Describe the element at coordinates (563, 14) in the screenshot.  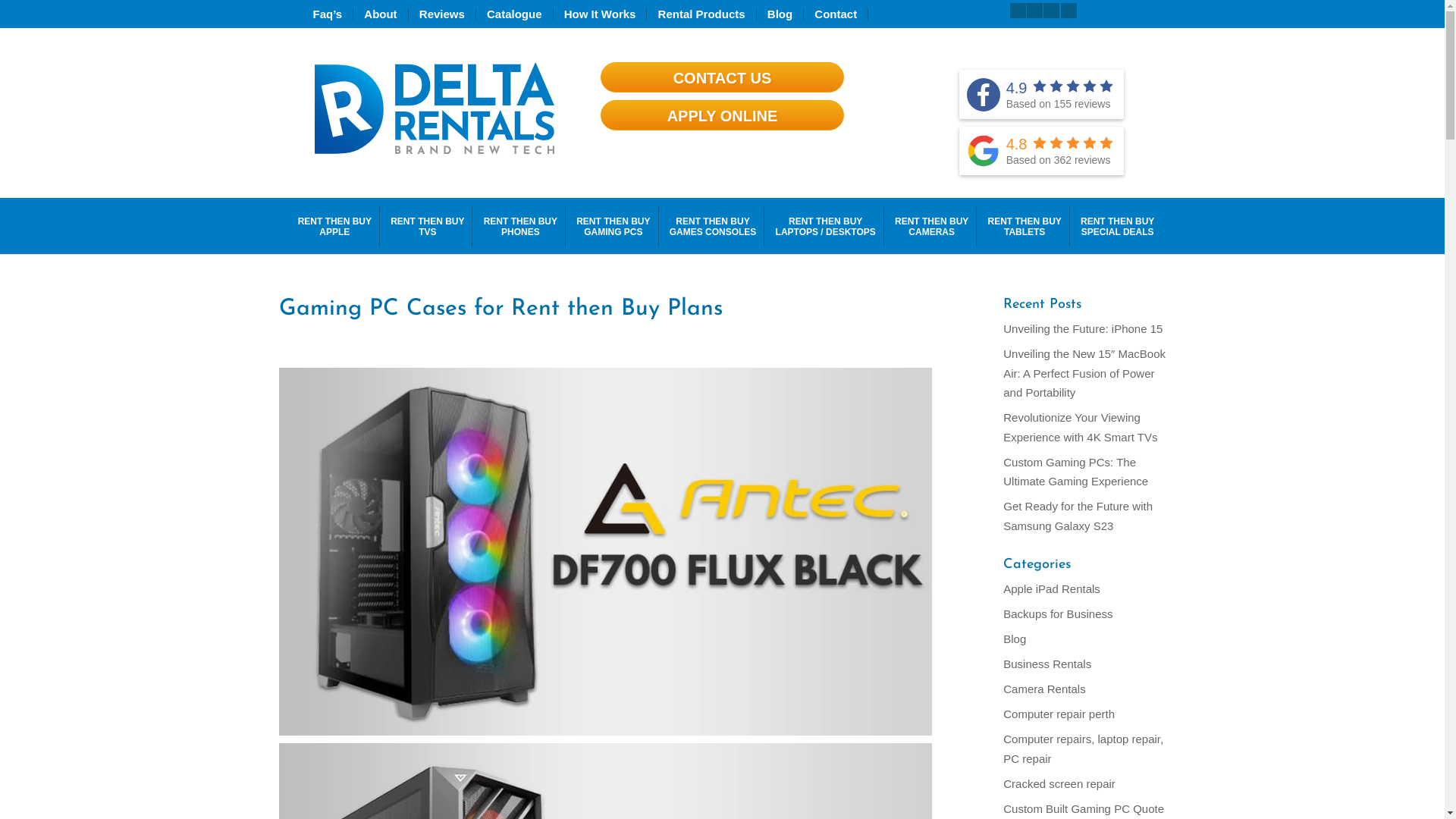
I see `'How It Works'` at that location.